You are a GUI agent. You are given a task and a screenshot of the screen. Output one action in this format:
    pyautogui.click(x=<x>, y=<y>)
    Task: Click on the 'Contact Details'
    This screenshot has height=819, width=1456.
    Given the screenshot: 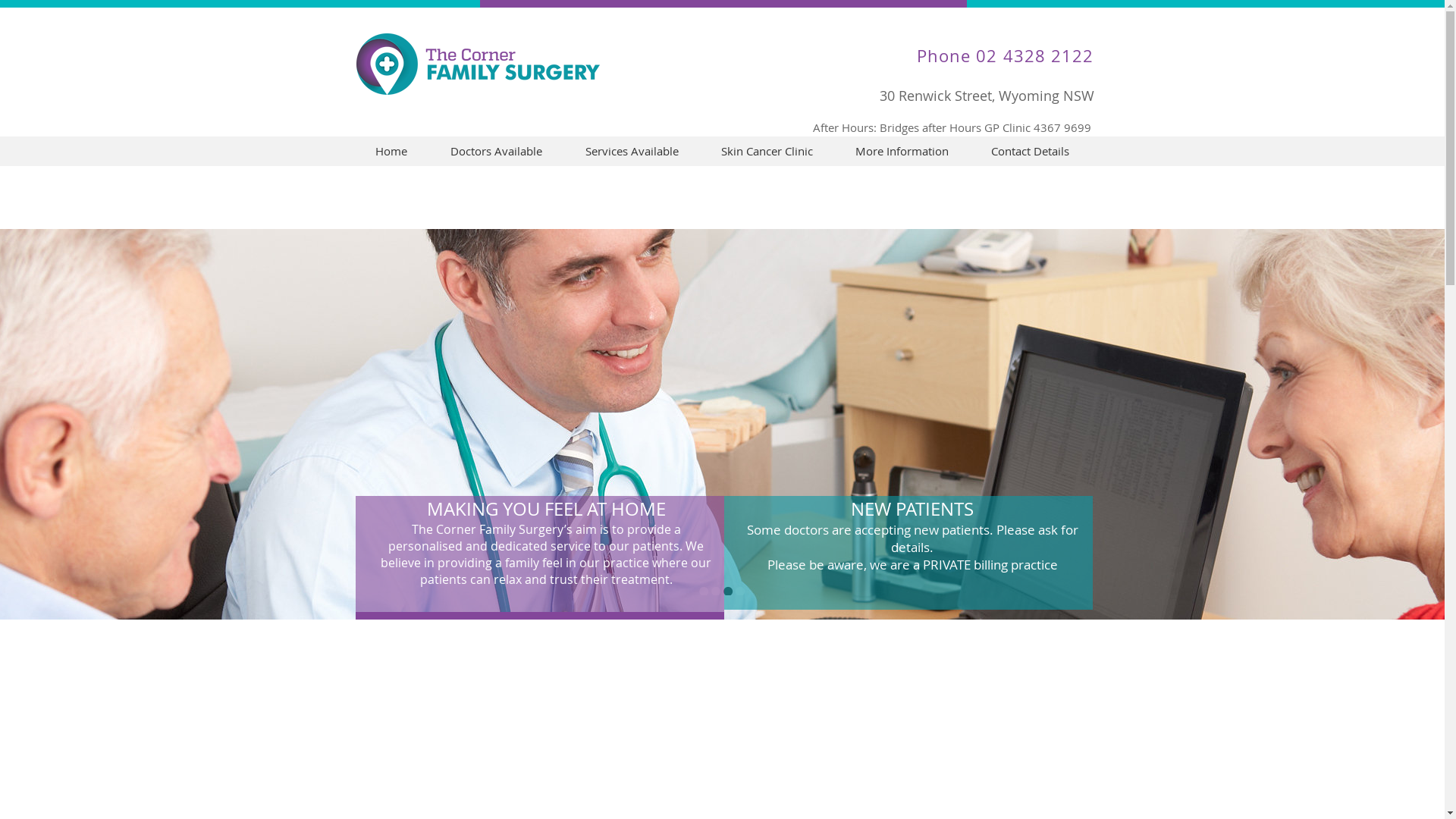 What is the action you would take?
    pyautogui.click(x=1029, y=151)
    